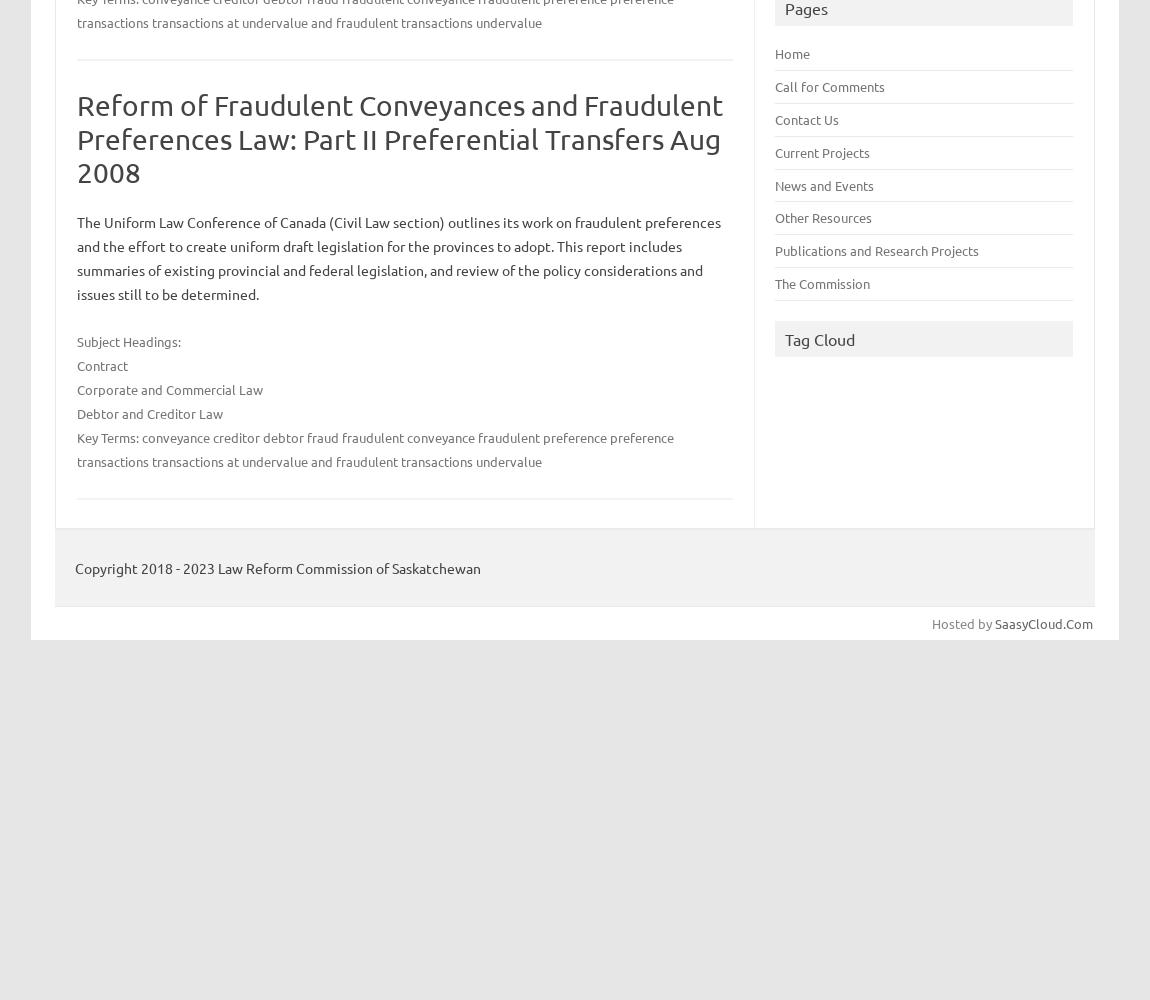 This screenshot has height=1000, width=1150. Describe the element at coordinates (75, 155) in the screenshot. I see `'Aug 2008'` at that location.